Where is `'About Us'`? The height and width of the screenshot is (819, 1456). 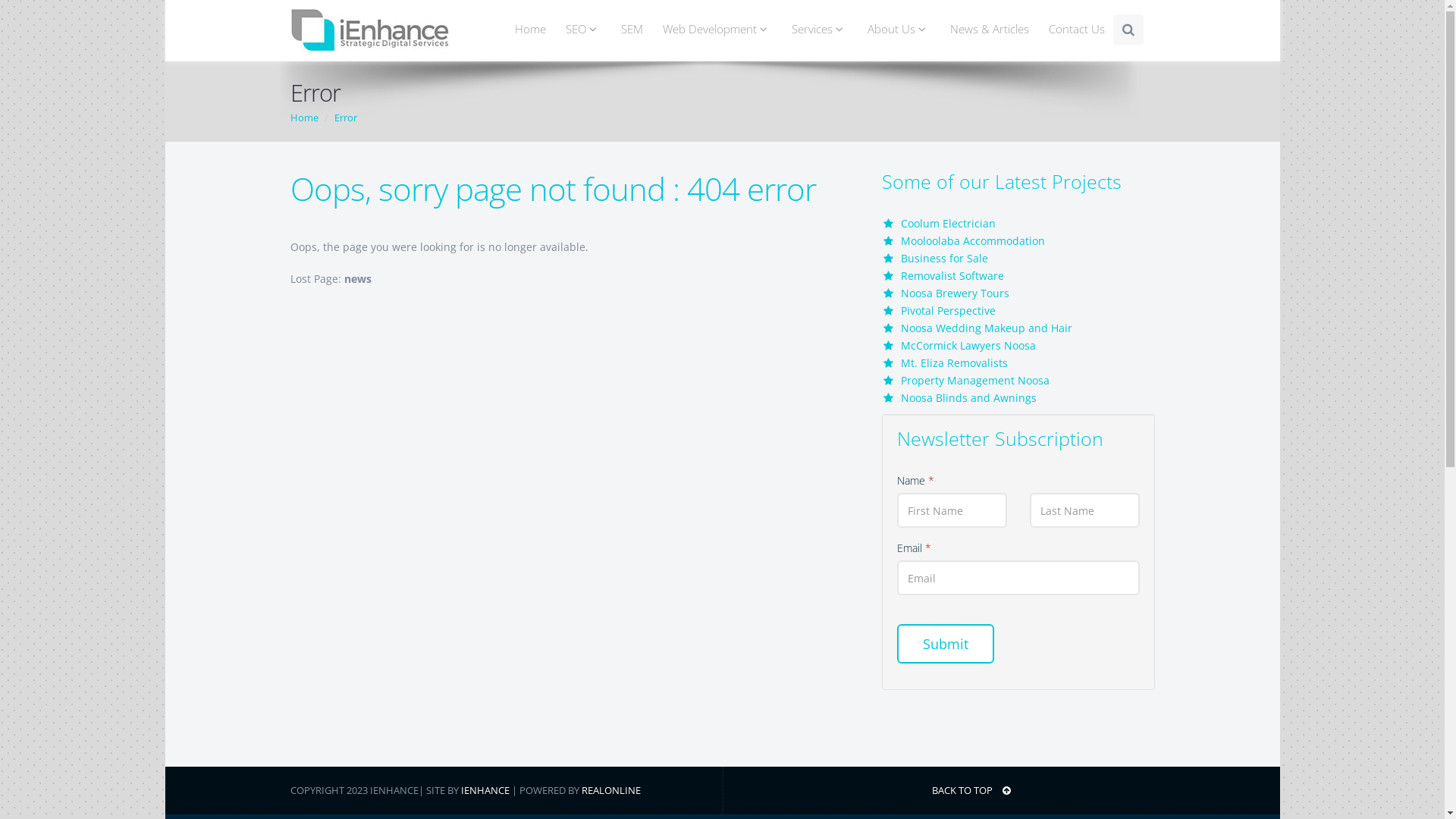
'About Us' is located at coordinates (855, 29).